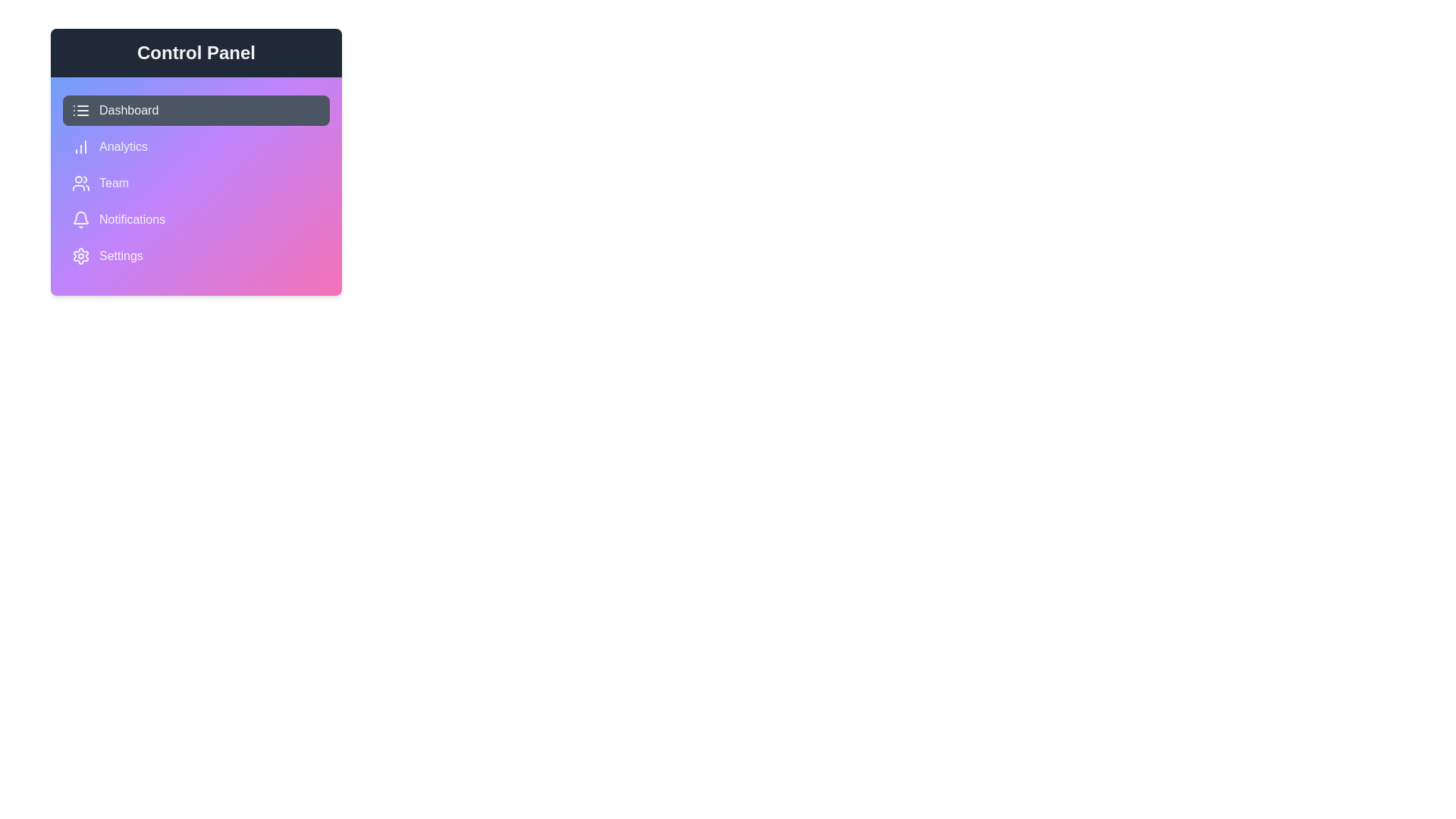  Describe the element at coordinates (124, 146) in the screenshot. I see `the 'Analytics' text label, styled with medium font weight and white color, which is the second item in the navigation list with a gradient background, located below the 'Dashboard' entry` at that location.